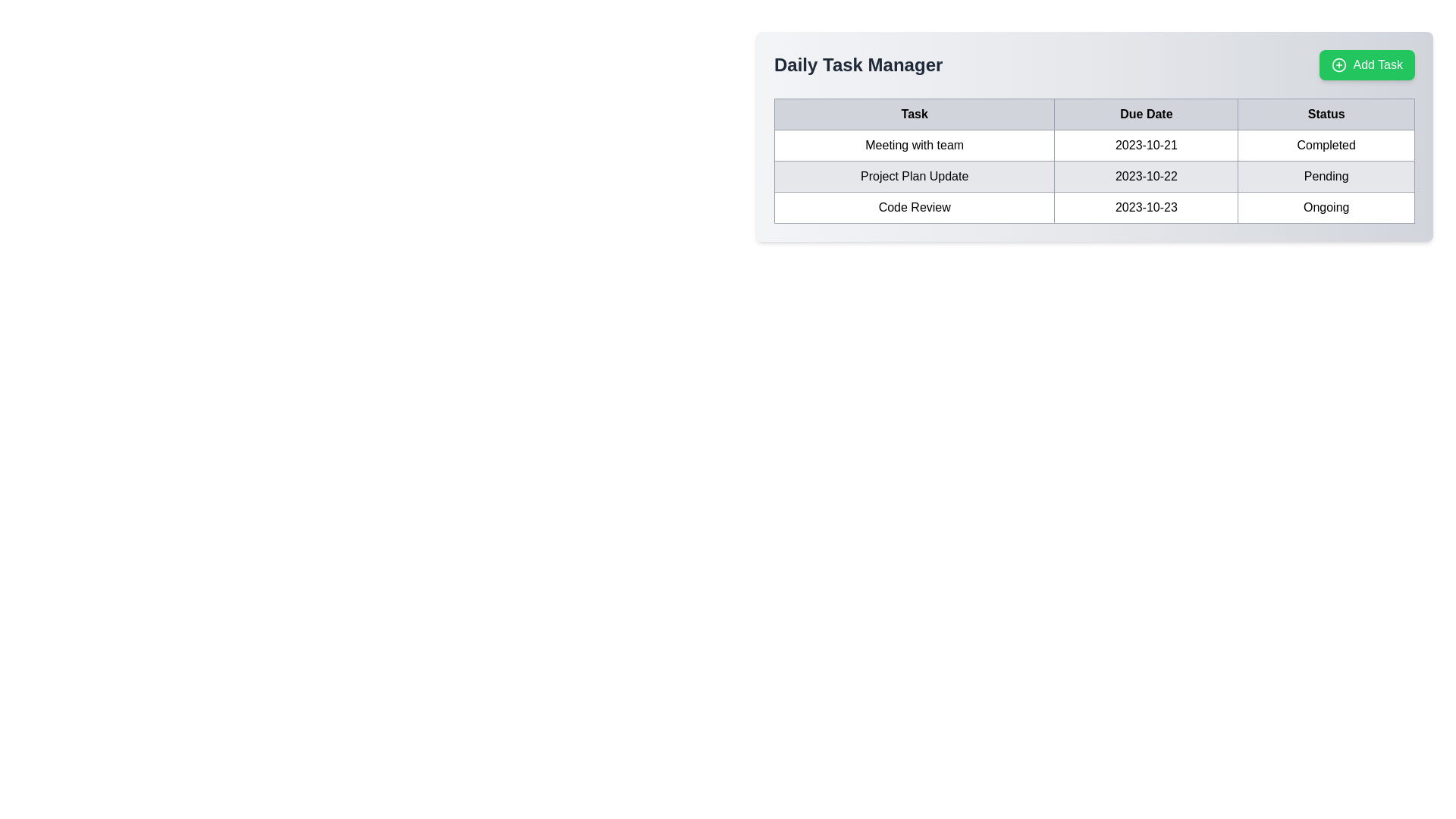  I want to click on the 'Status' label, which is a rectangular cell with a light gray background and black center-aligned text, positioned far-right in a horizontal row of cells, so click(1326, 113).